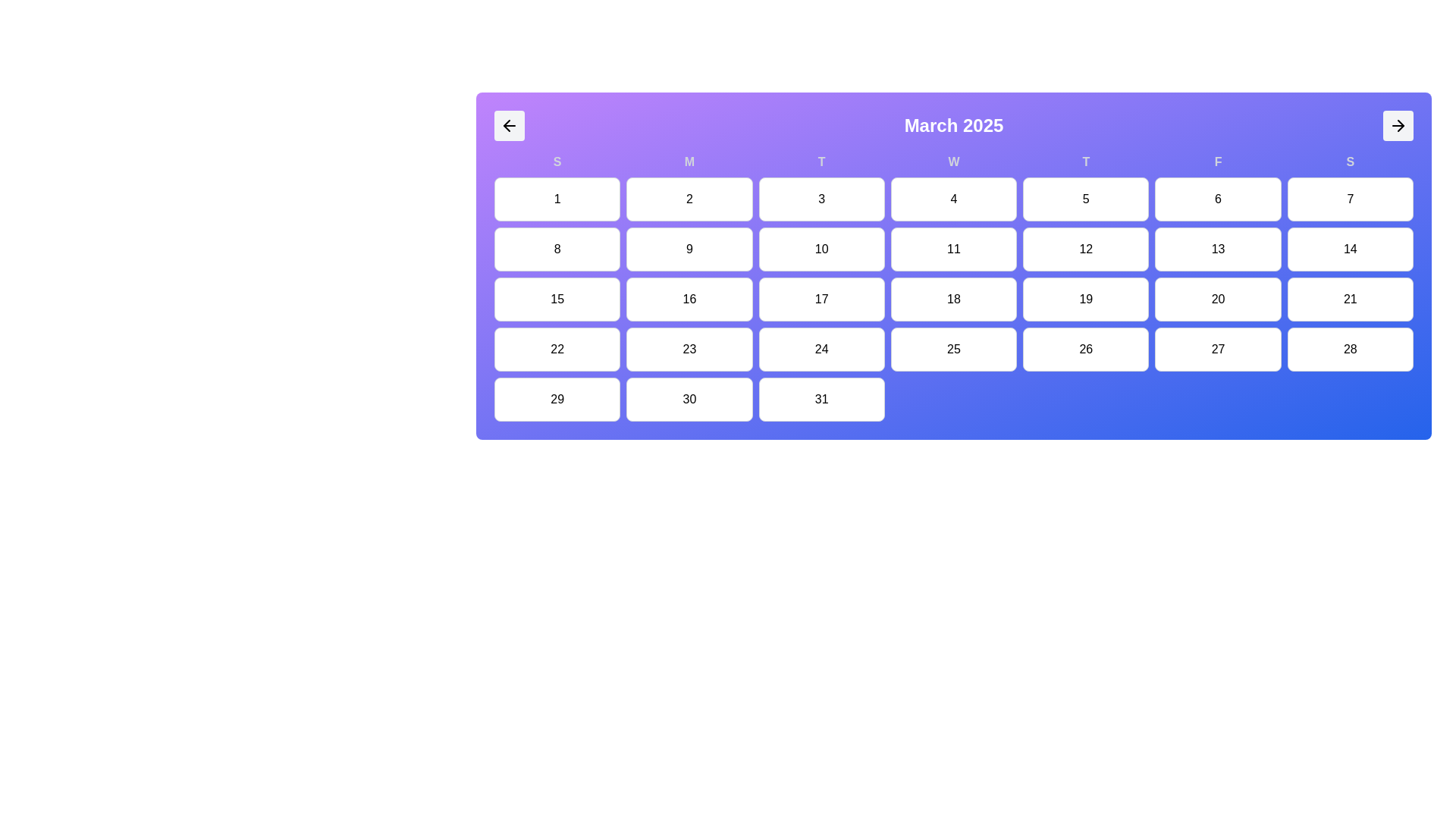 The width and height of the screenshot is (1456, 819). Describe the element at coordinates (1350, 198) in the screenshot. I see `the calendar date cell for the 7th day of the week, which is a white, rounded rectangular box with a thin gray border and the number '7' in the center` at that location.